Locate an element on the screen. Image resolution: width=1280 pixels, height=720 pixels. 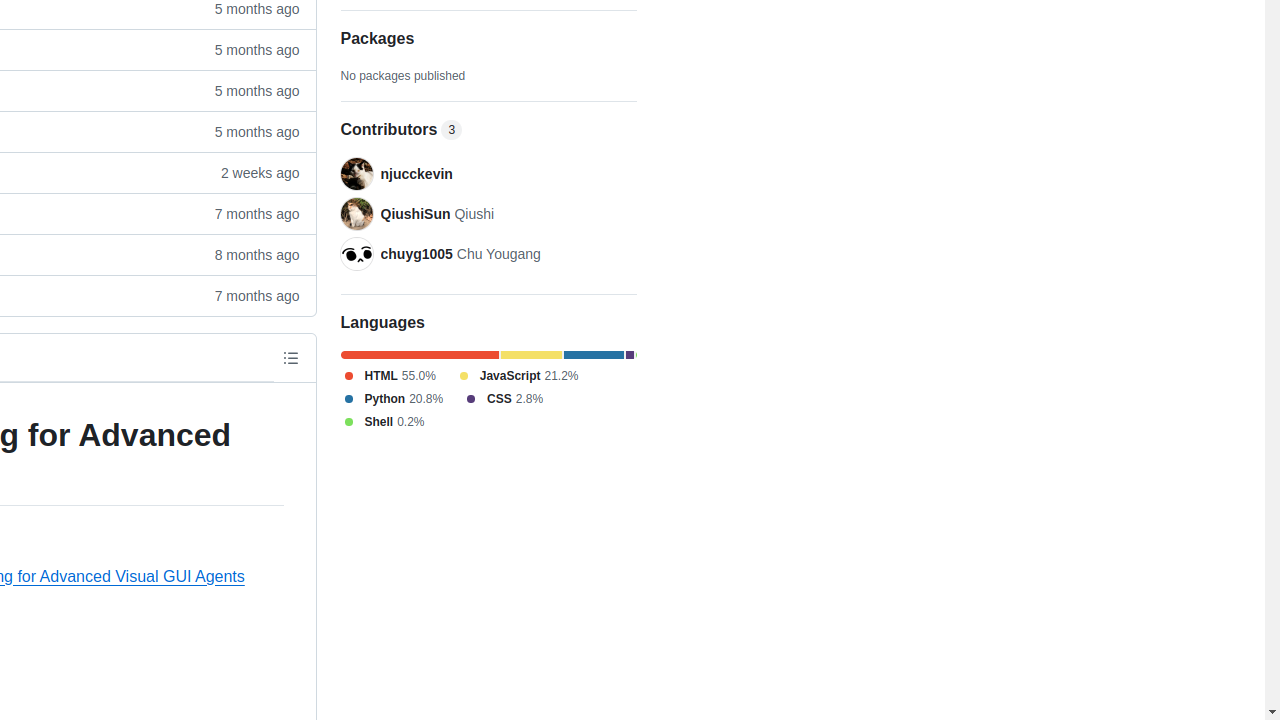
'@njucckevin' is located at coordinates (356, 173).